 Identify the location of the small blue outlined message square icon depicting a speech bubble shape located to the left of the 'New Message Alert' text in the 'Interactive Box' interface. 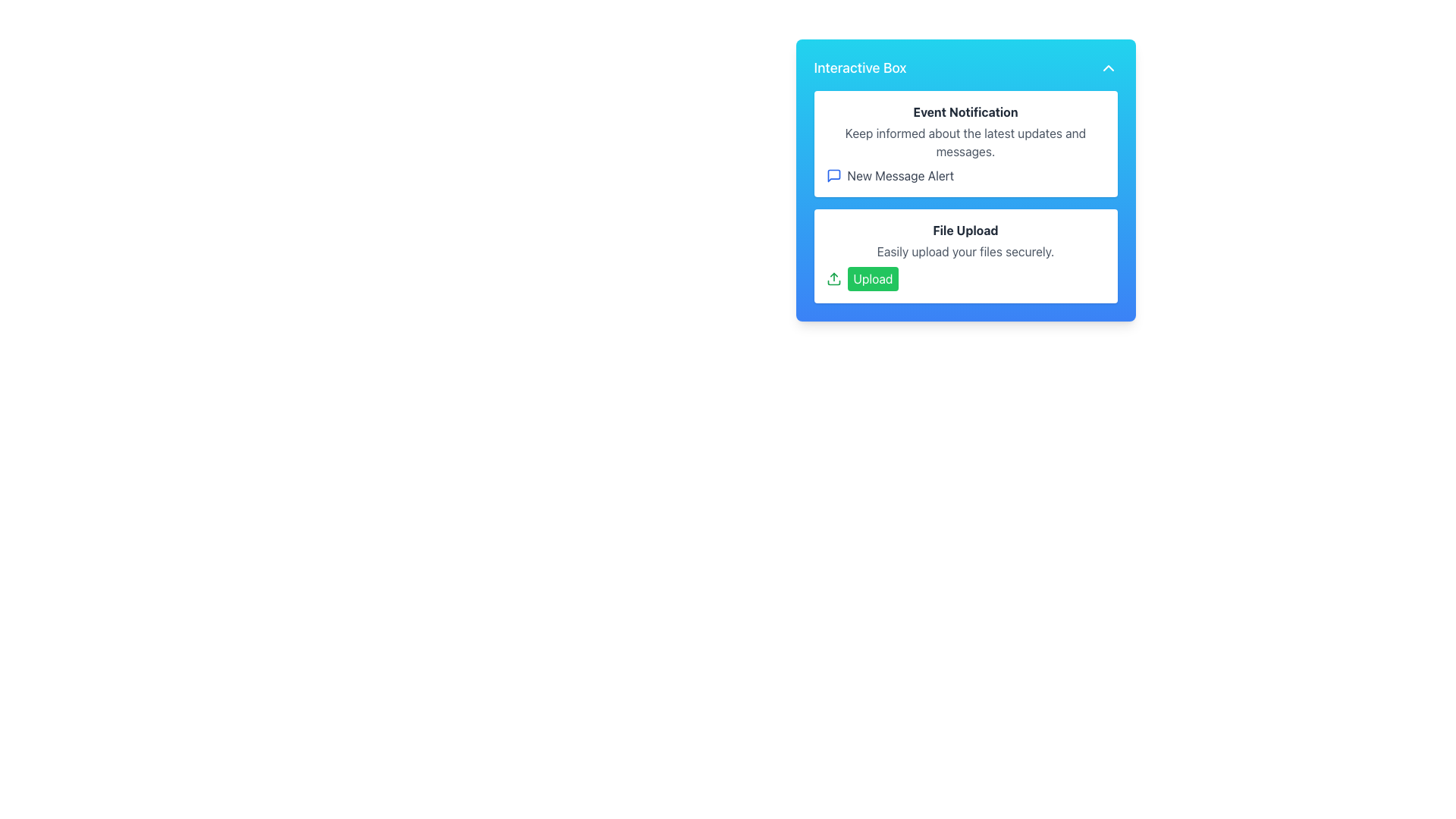
(833, 174).